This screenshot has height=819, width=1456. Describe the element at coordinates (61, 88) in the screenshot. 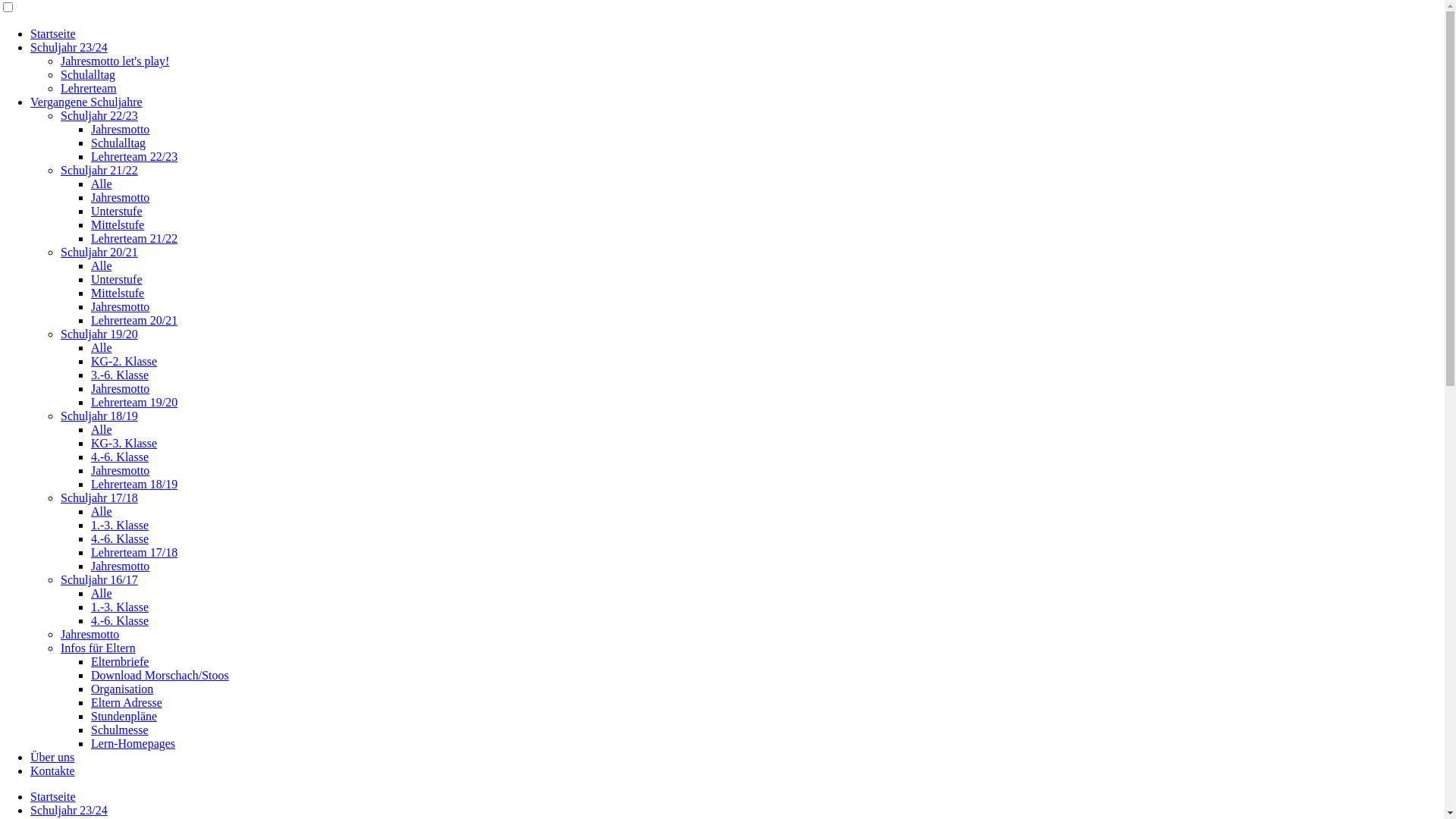

I see `'Lehrerteam'` at that location.